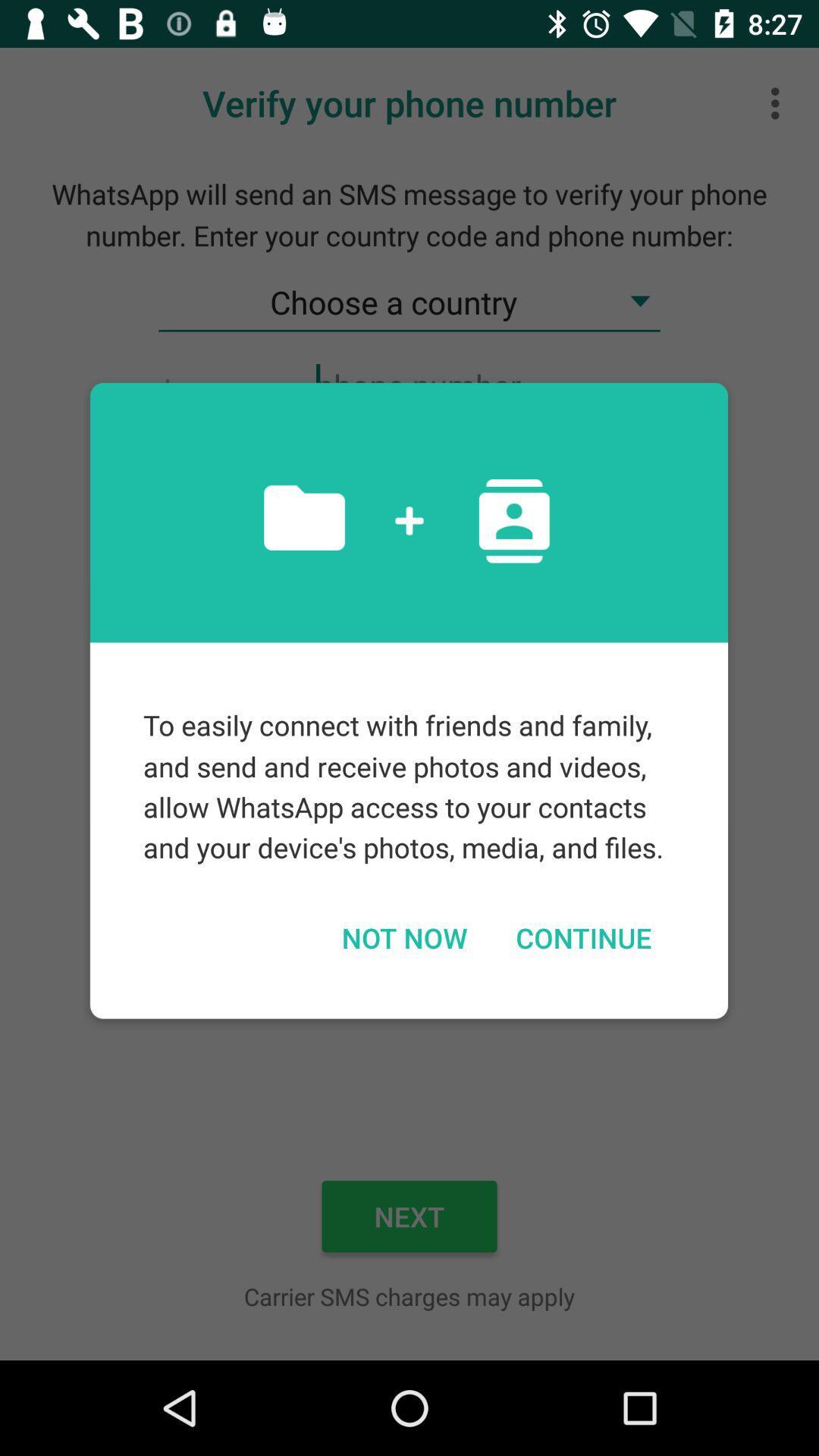 The width and height of the screenshot is (819, 1456). What do you see at coordinates (403, 937) in the screenshot?
I see `item next to continue item` at bounding box center [403, 937].